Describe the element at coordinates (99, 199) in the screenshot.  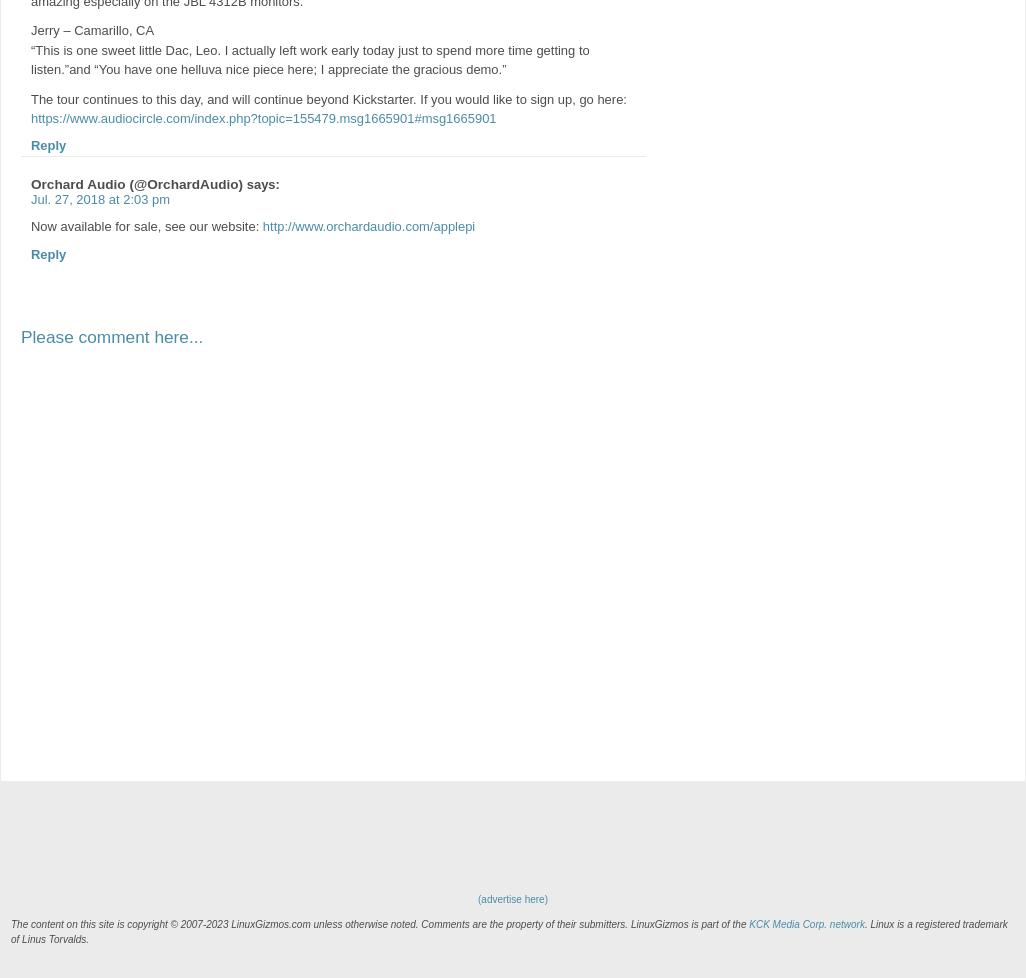
I see `'Jul. 27, 2018 at 2:03 pm'` at that location.